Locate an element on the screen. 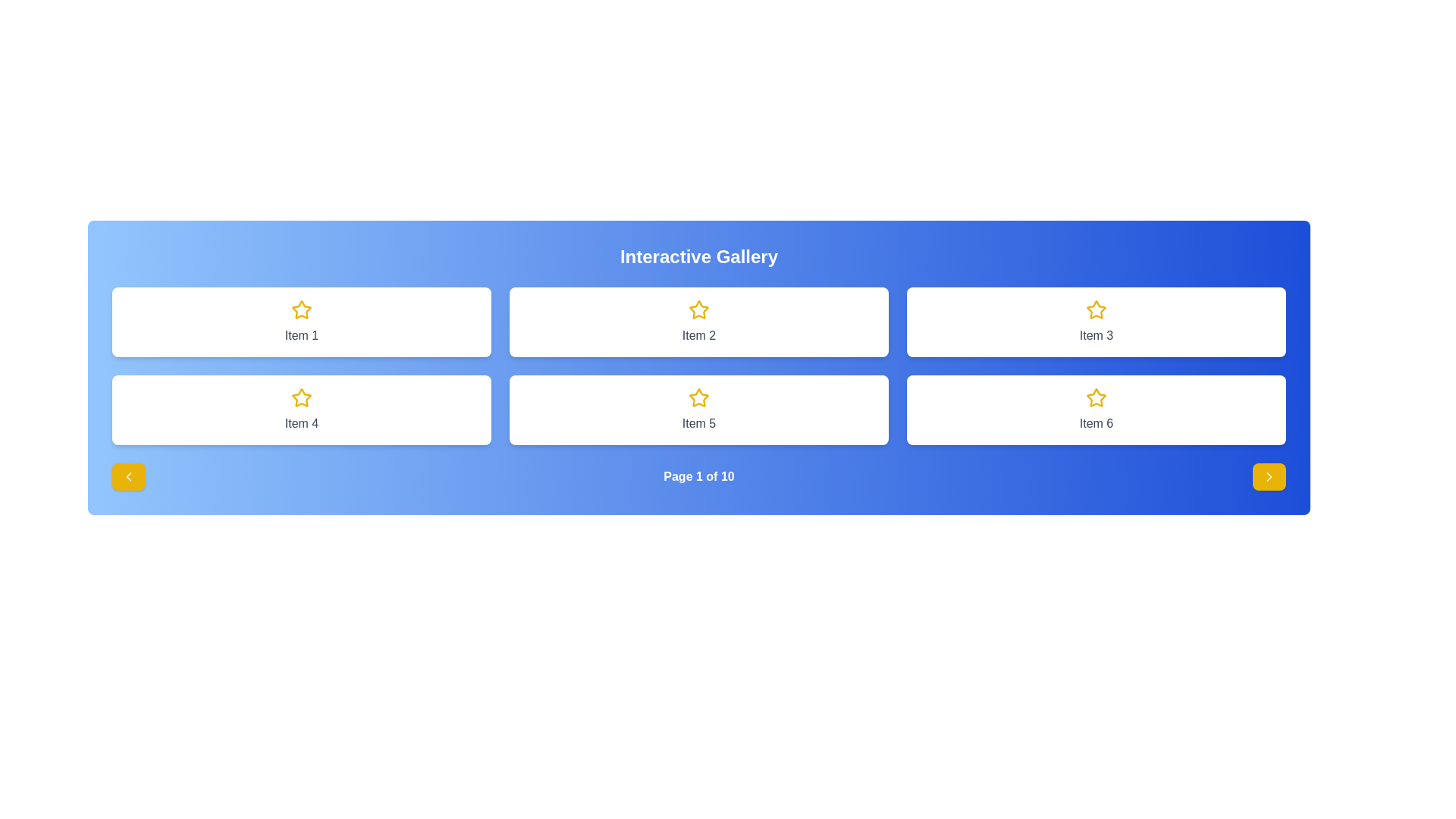  details of the Interactive Card labeled 'Item 5', which has a white background, a yellow star icon above the text, and is located in the second row and second column of the grid layout is located at coordinates (698, 409).